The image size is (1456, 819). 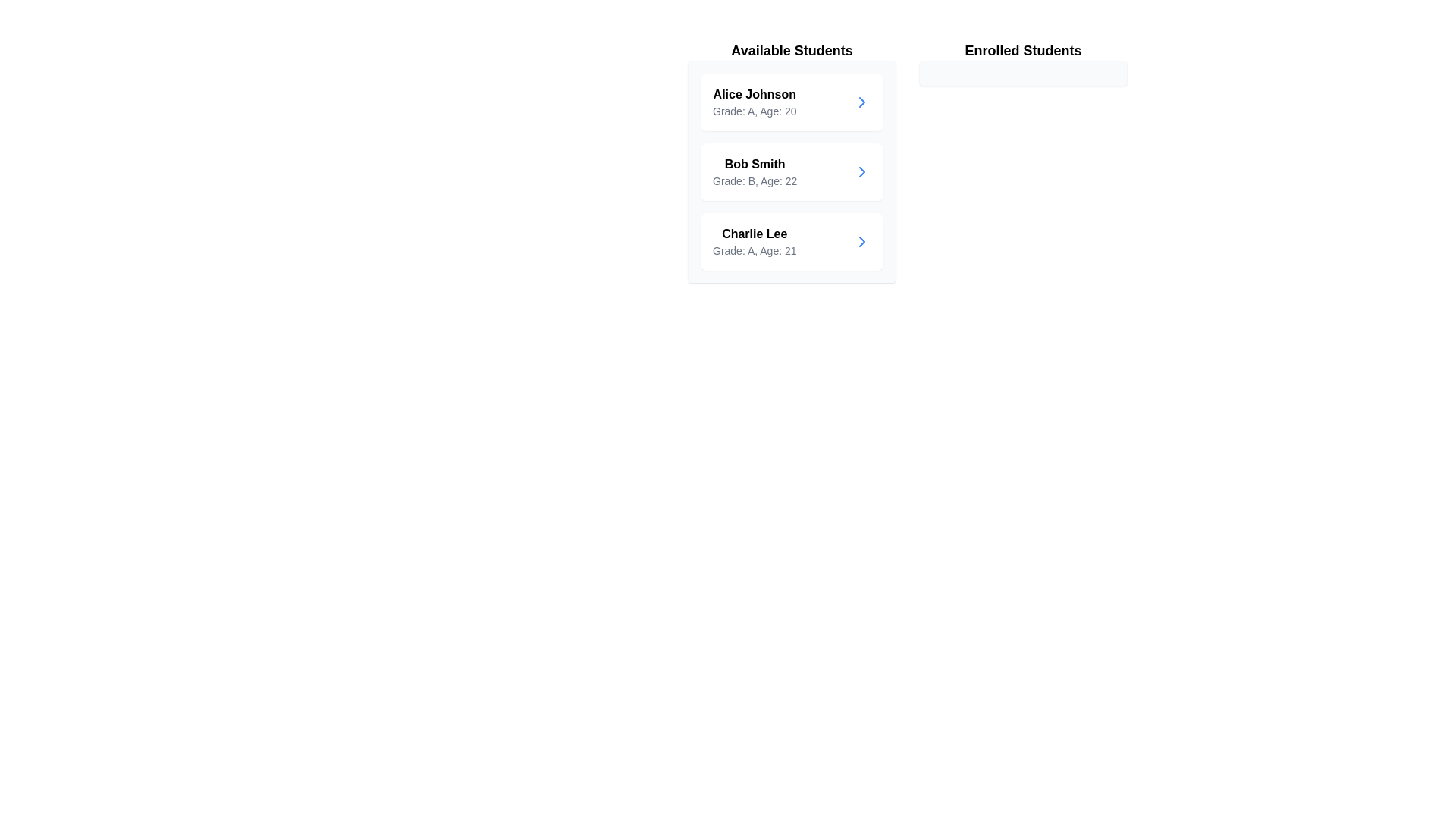 What do you see at coordinates (862, 102) in the screenshot?
I see `transfer button for the student Alice Johnson to move them to the enrolled list` at bounding box center [862, 102].